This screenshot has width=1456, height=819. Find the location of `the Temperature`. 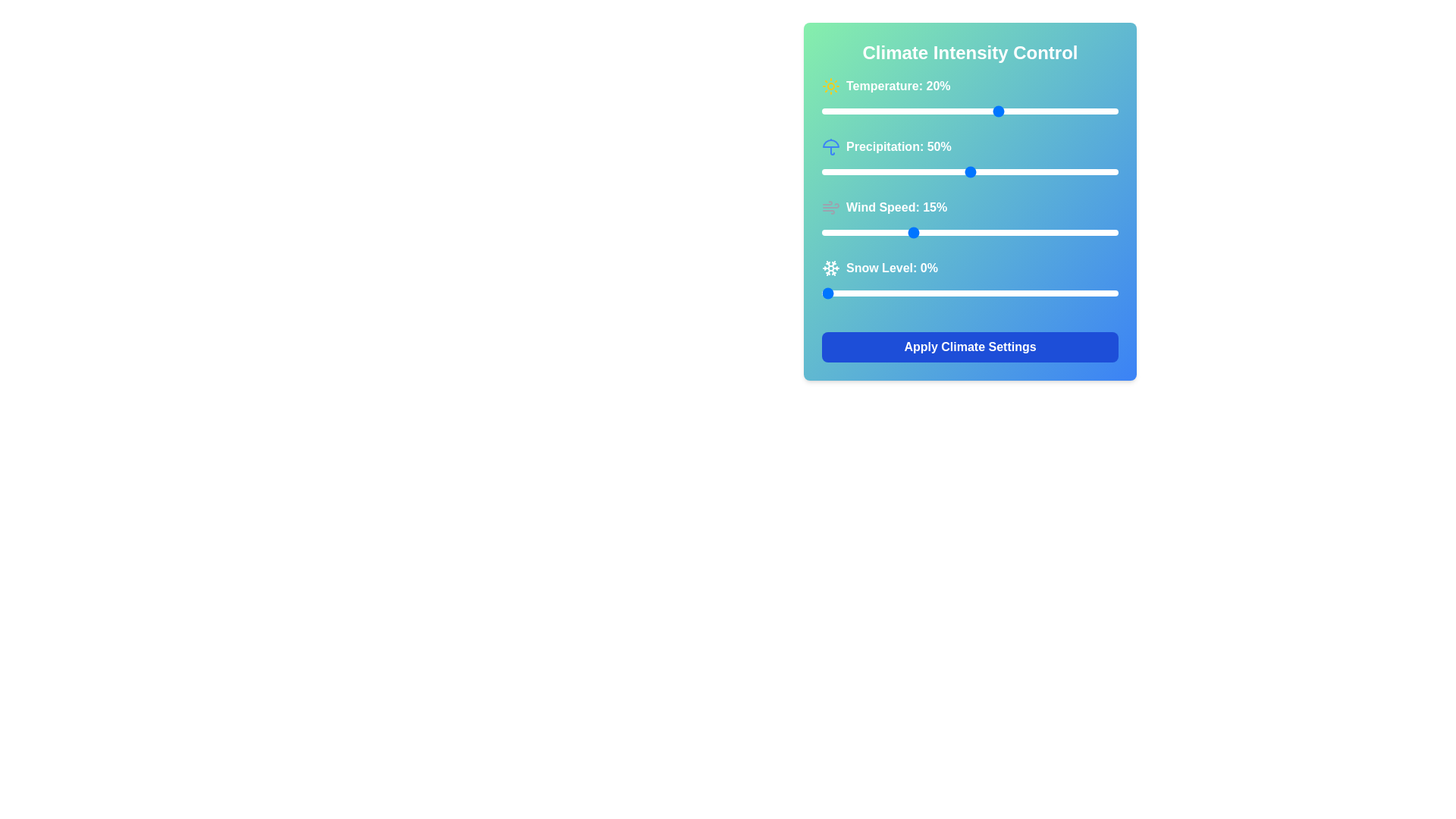

the Temperature is located at coordinates (857, 110).